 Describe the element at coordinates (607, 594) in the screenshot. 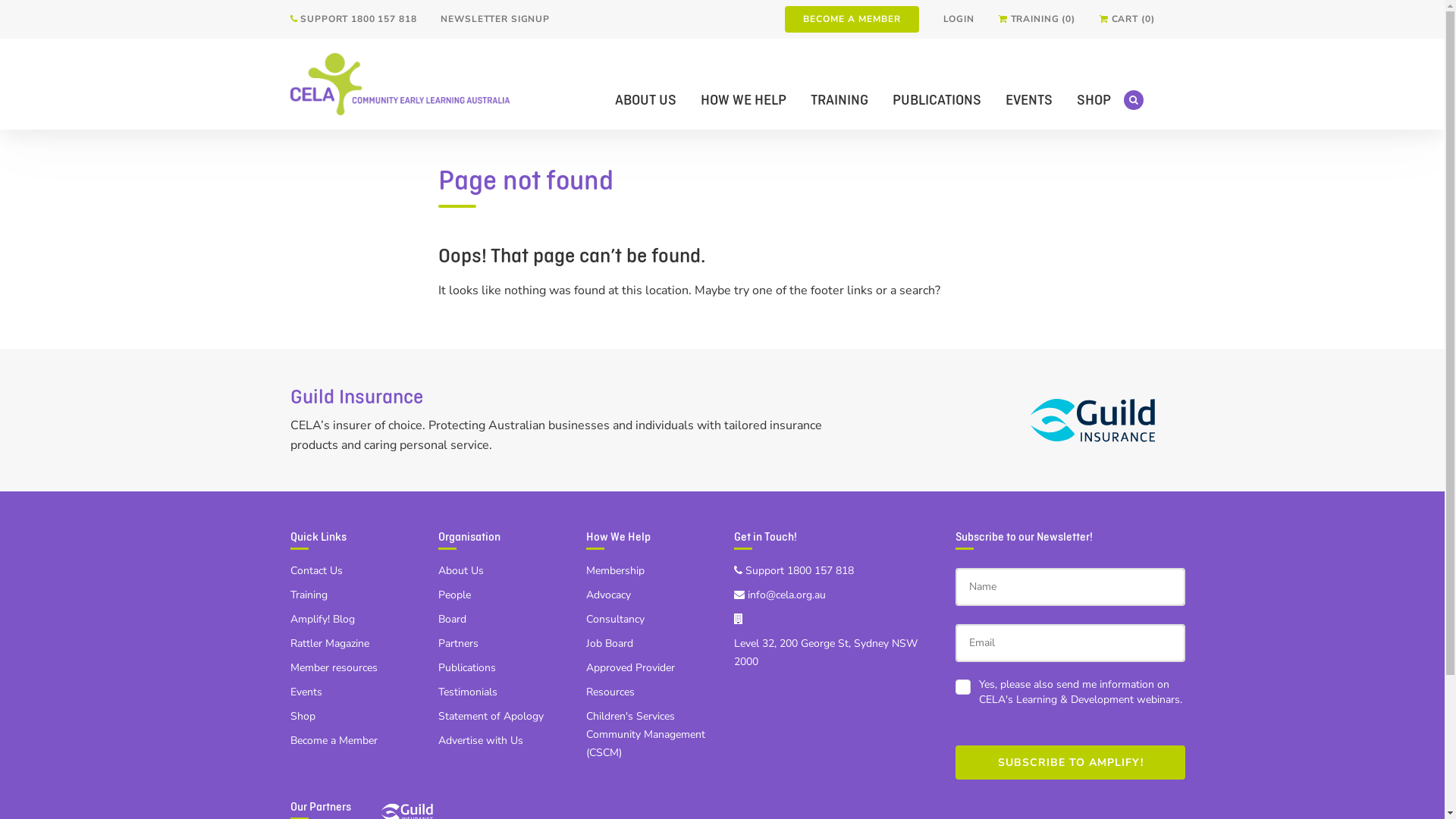

I see `'Advocacy'` at that location.